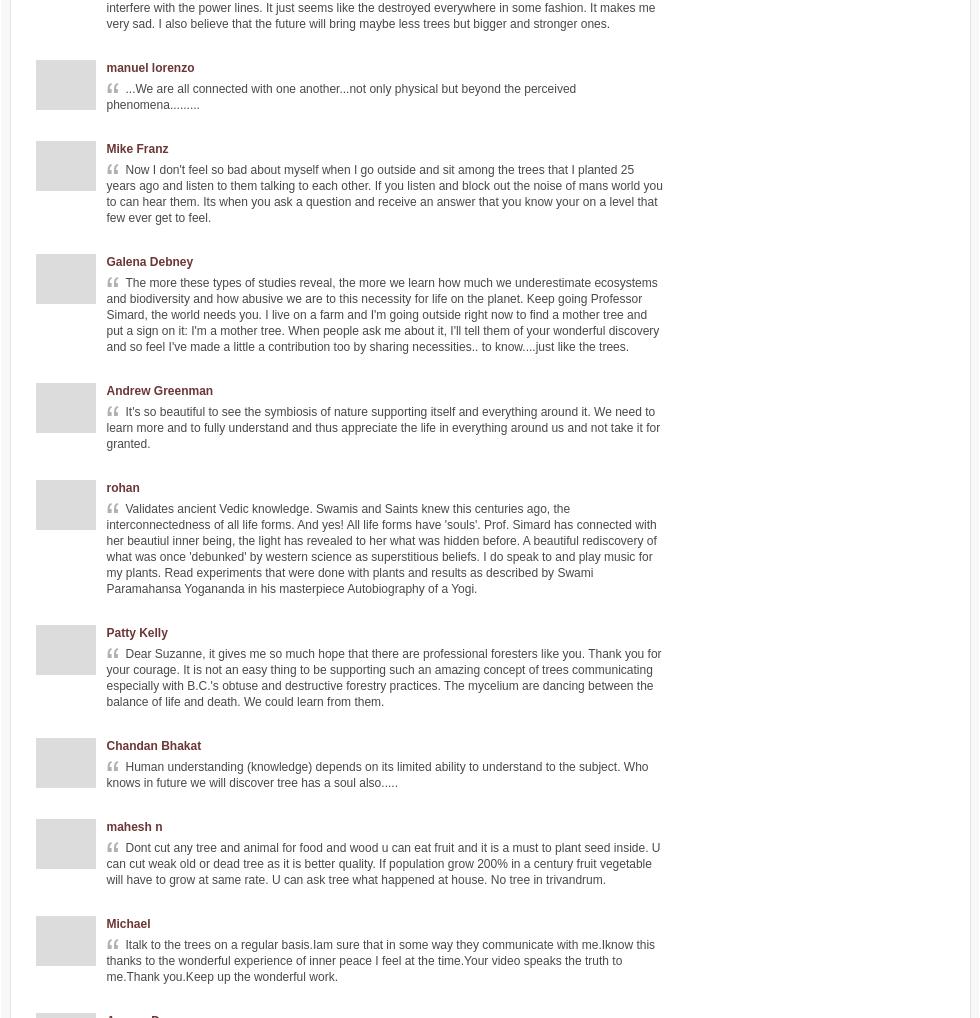 The height and width of the screenshot is (1018, 980). What do you see at coordinates (380, 959) in the screenshot?
I see `'Italk to the trees on a regular basis.Iam sure that in some way they communicate with me.Iknow this thanks to the wonderful experience of inner peace I feel at the time.Your video speaks the truth to me.Thank you.Keep up the wonderful work.'` at bounding box center [380, 959].